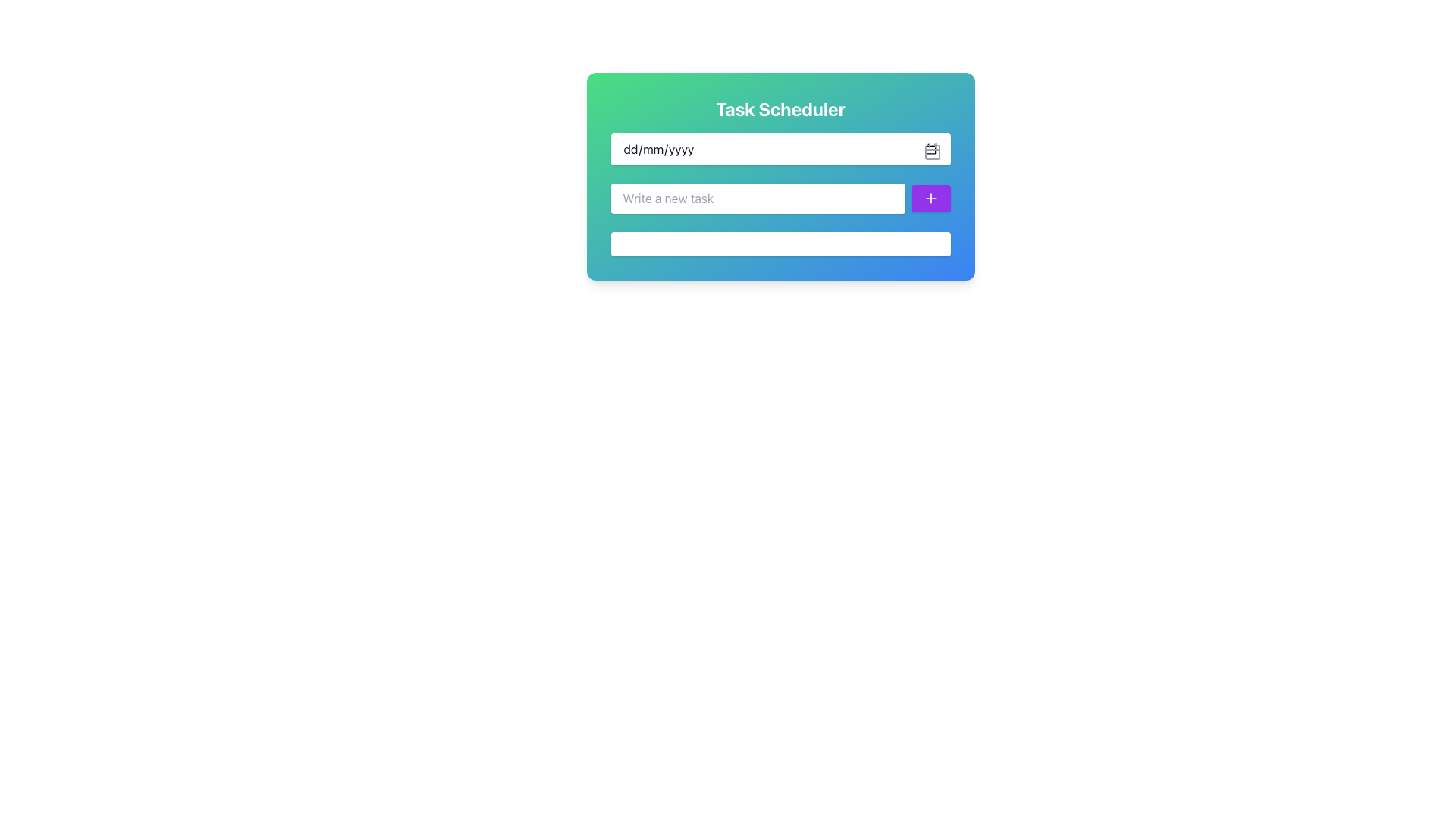 The height and width of the screenshot is (819, 1456). Describe the element at coordinates (931, 152) in the screenshot. I see `the date selection icon located at the top-right corner of the date entry input field` at that location.